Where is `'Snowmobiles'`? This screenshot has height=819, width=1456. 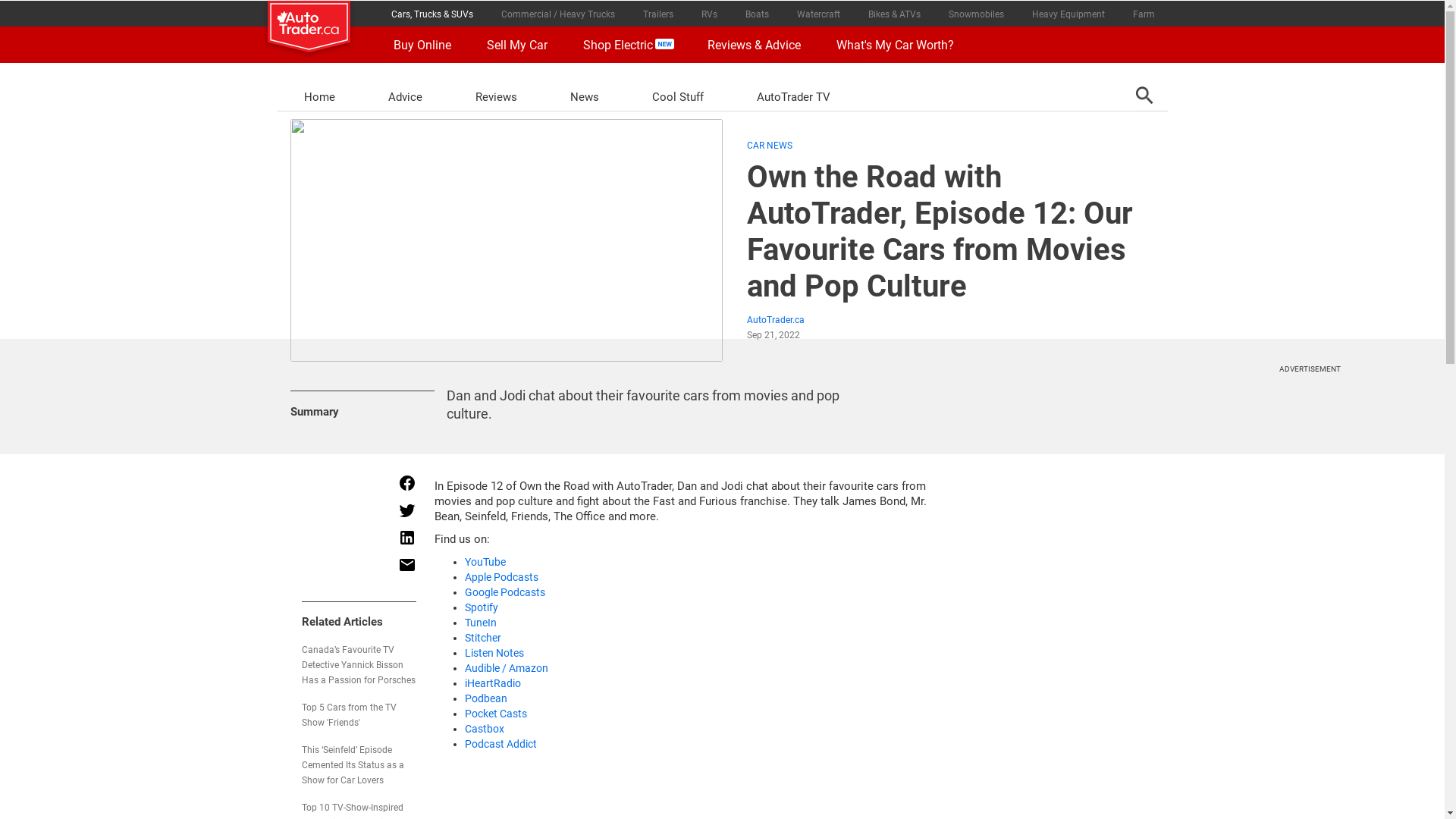
'Snowmobiles' is located at coordinates (934, 14).